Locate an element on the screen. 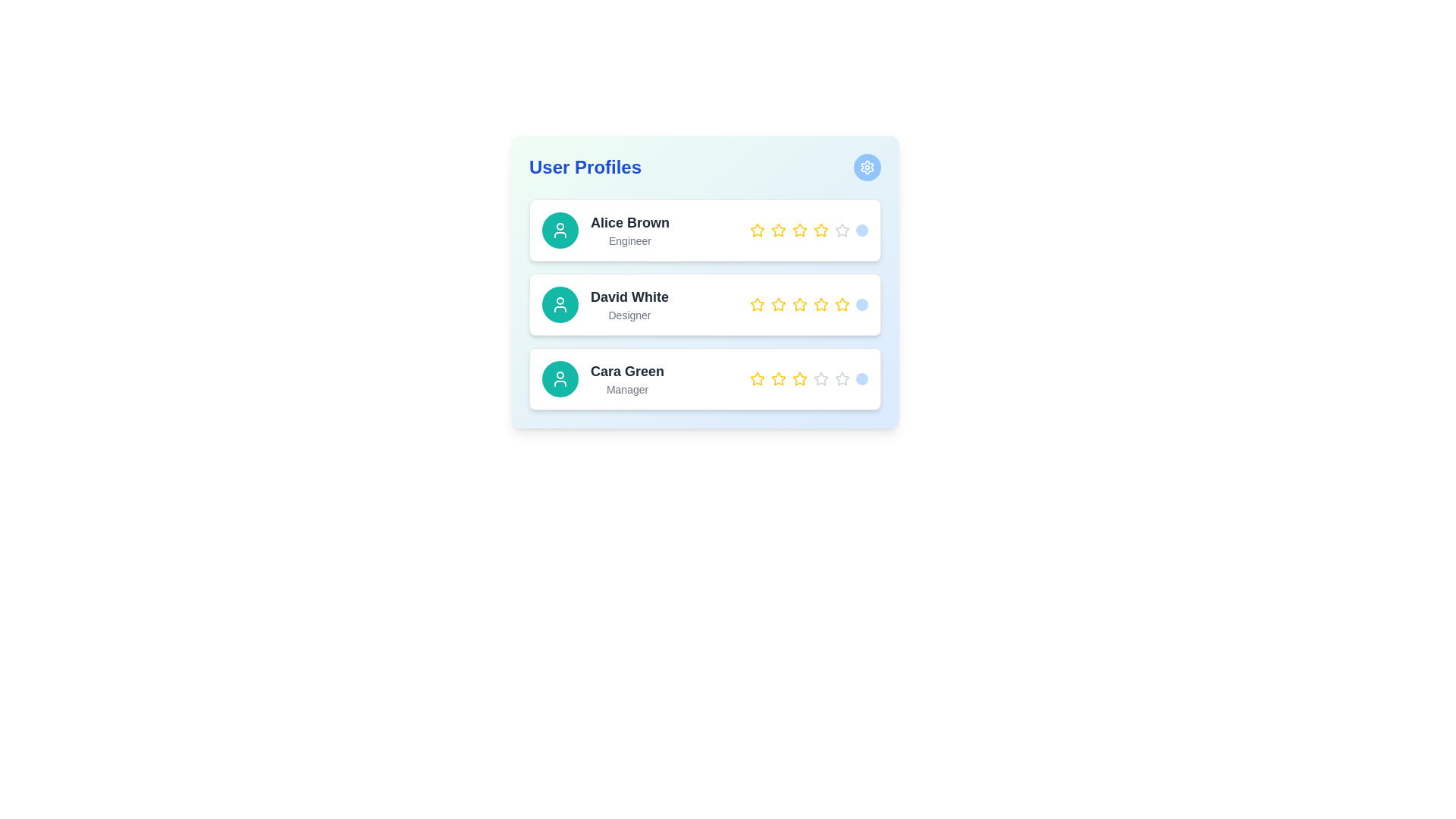  the second profile in the user profile list, which represents a user profile with their name and title for identification is located at coordinates (604, 304).